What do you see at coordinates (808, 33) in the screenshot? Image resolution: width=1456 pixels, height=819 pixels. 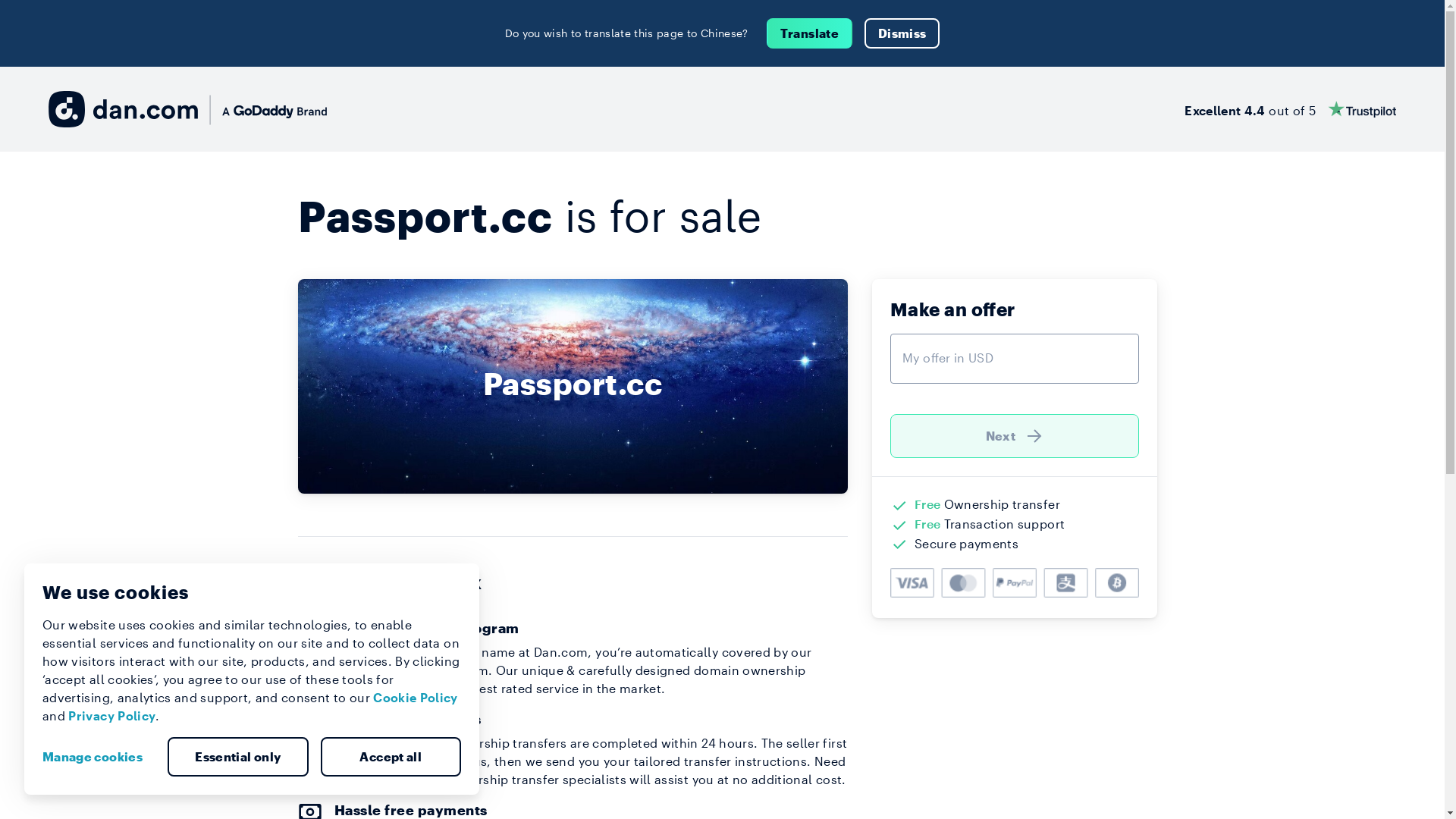 I see `'Translate'` at bounding box center [808, 33].